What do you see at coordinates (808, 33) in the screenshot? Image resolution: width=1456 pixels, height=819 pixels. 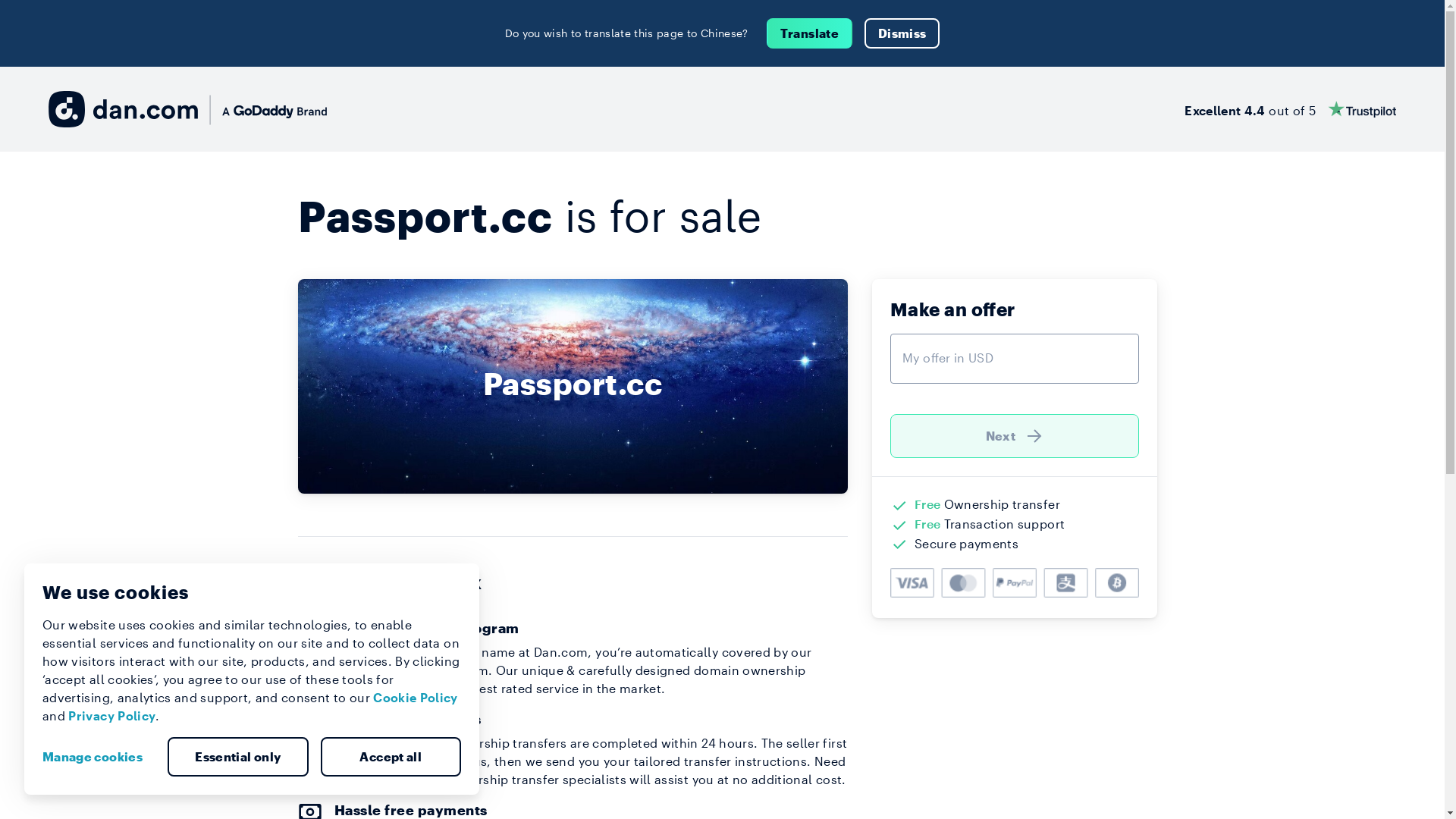 I see `'Translate'` at bounding box center [808, 33].